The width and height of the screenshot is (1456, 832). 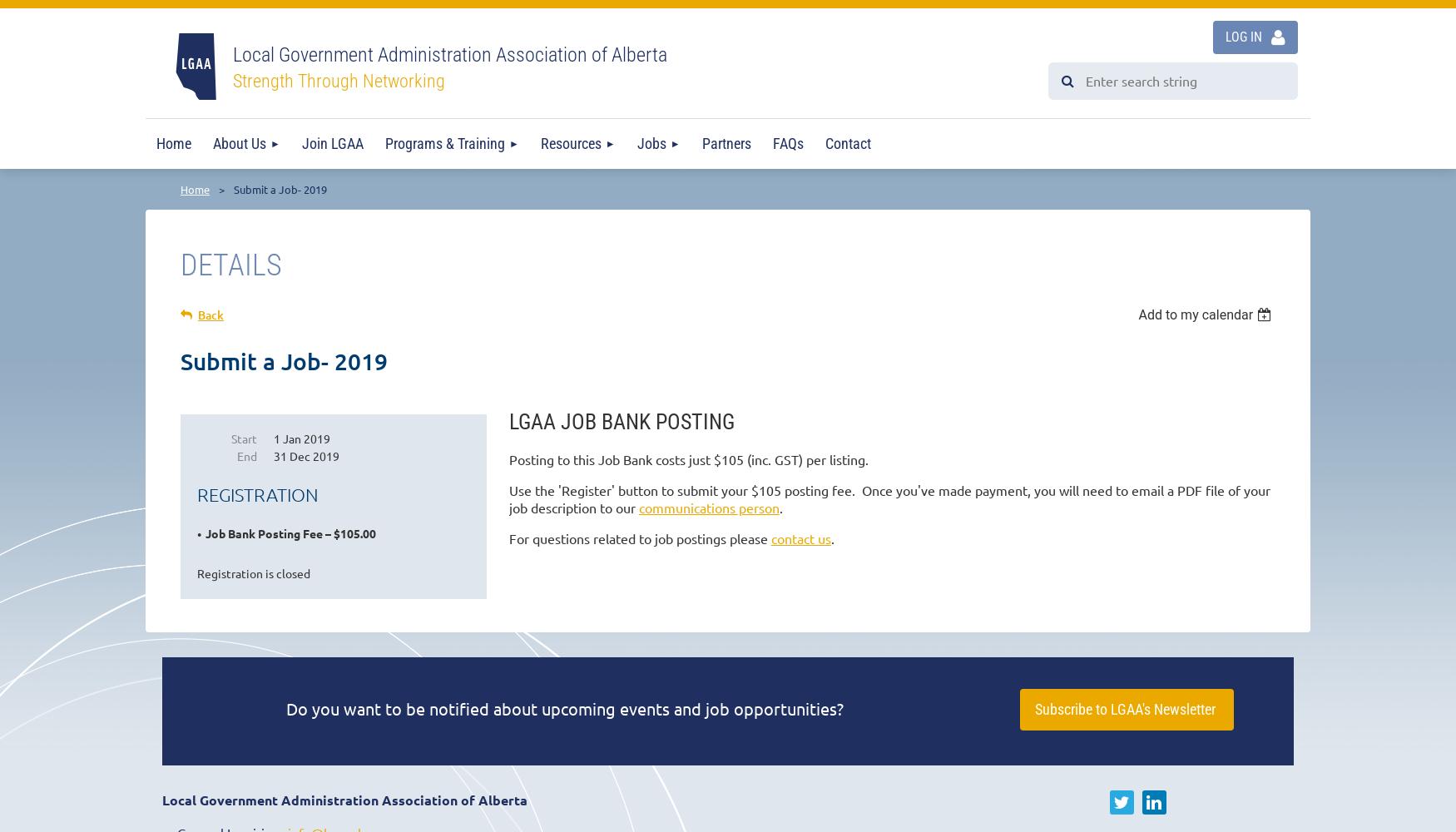 I want to click on 'Do you want to be notified about upcoming events and job opportunities?', so click(x=564, y=707).